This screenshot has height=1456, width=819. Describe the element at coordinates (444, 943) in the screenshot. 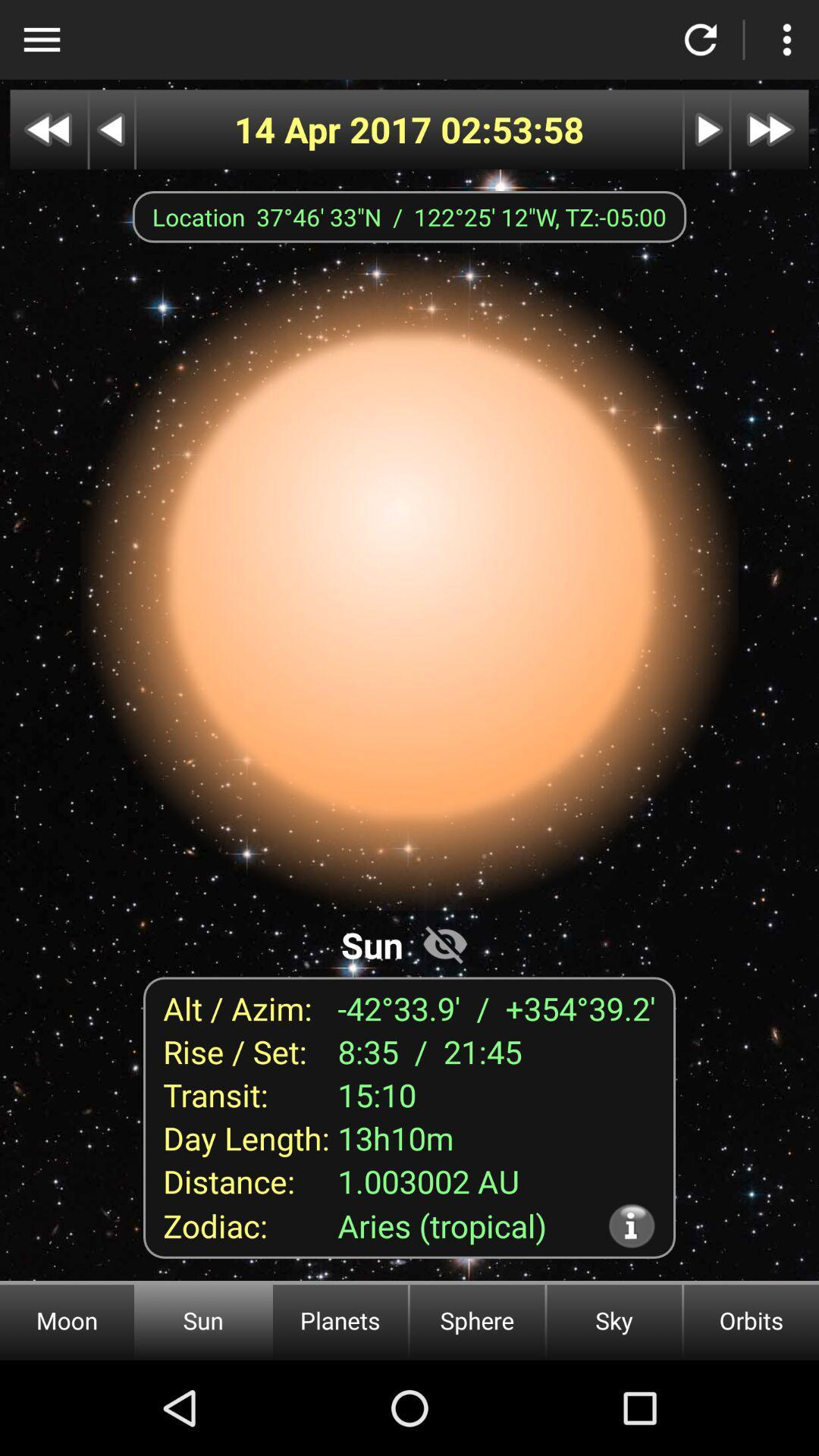

I see `visibility` at that location.